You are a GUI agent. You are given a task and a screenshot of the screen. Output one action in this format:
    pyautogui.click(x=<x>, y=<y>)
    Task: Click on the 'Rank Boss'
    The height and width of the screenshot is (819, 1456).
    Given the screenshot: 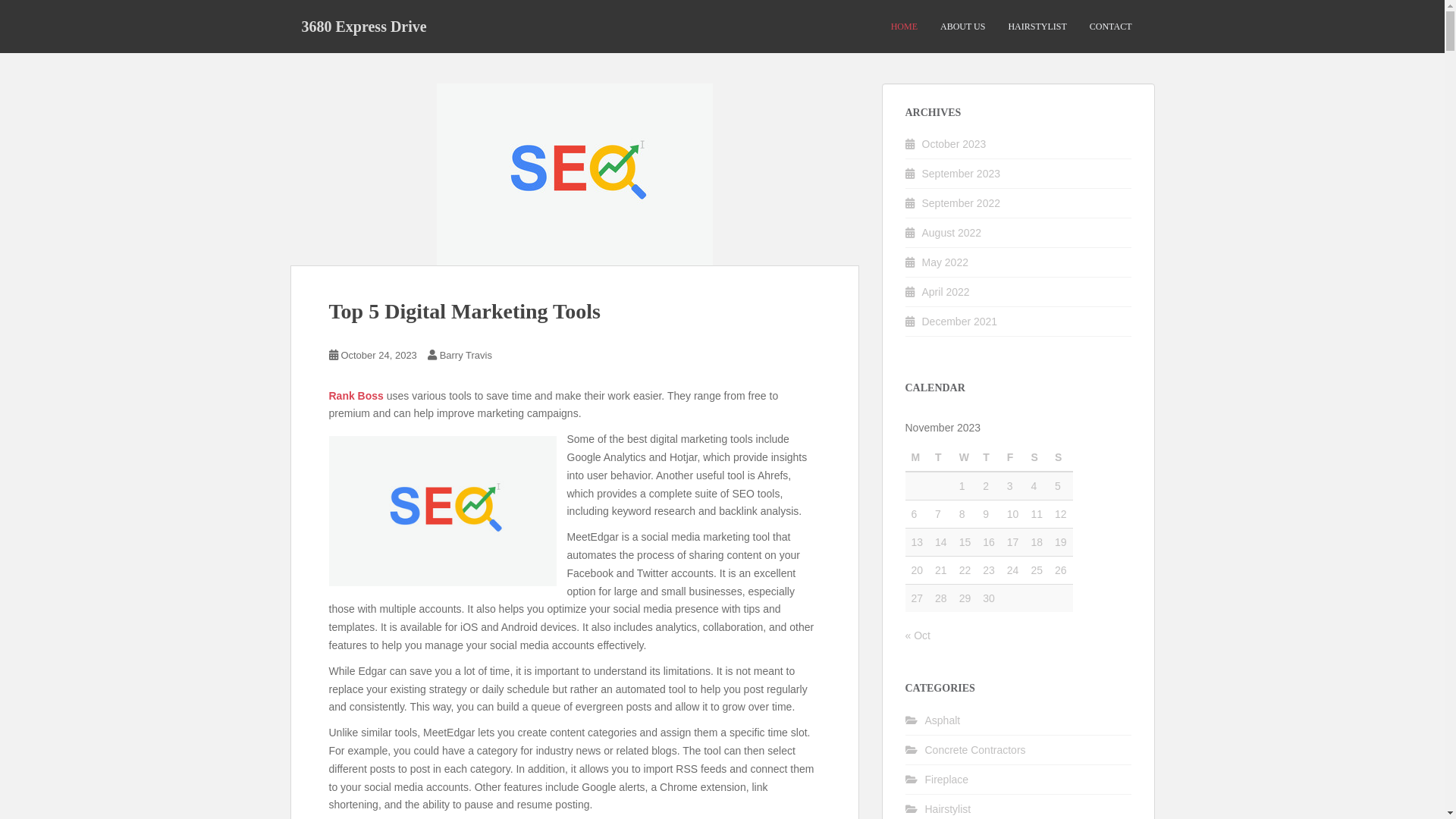 What is the action you would take?
    pyautogui.click(x=328, y=394)
    